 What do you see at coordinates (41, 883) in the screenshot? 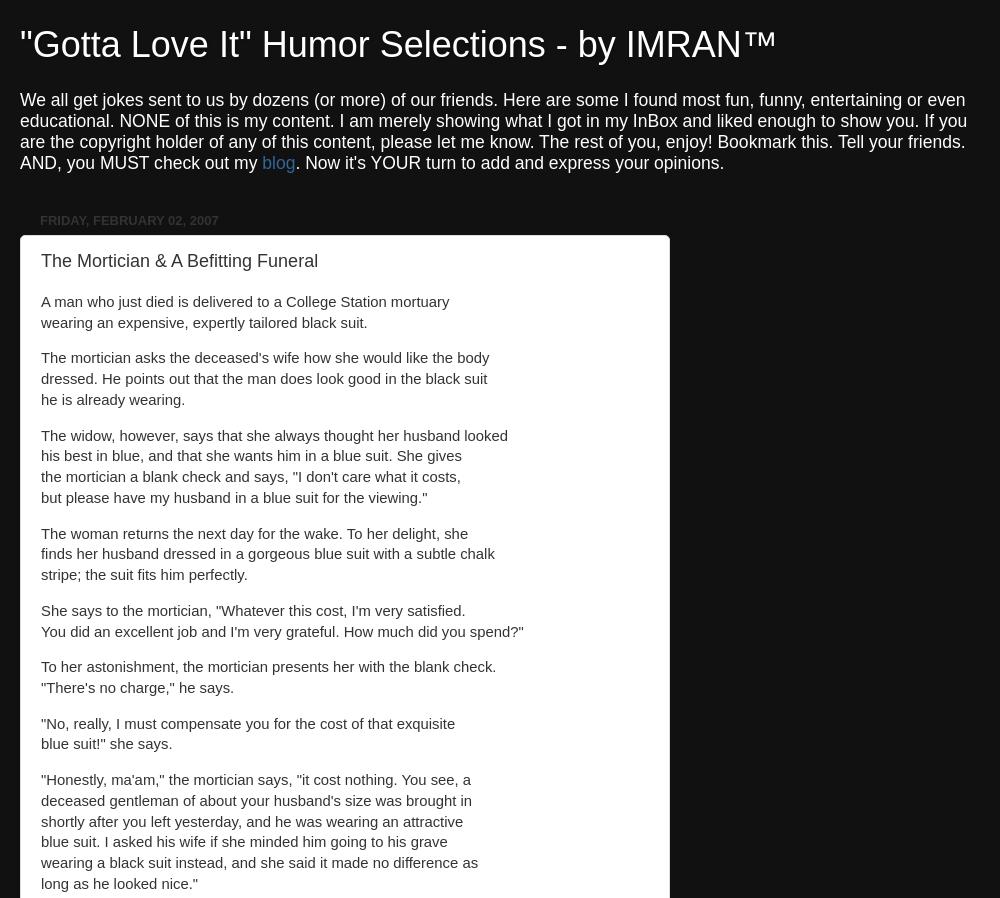
I see `'long as he looked nice."'` at bounding box center [41, 883].